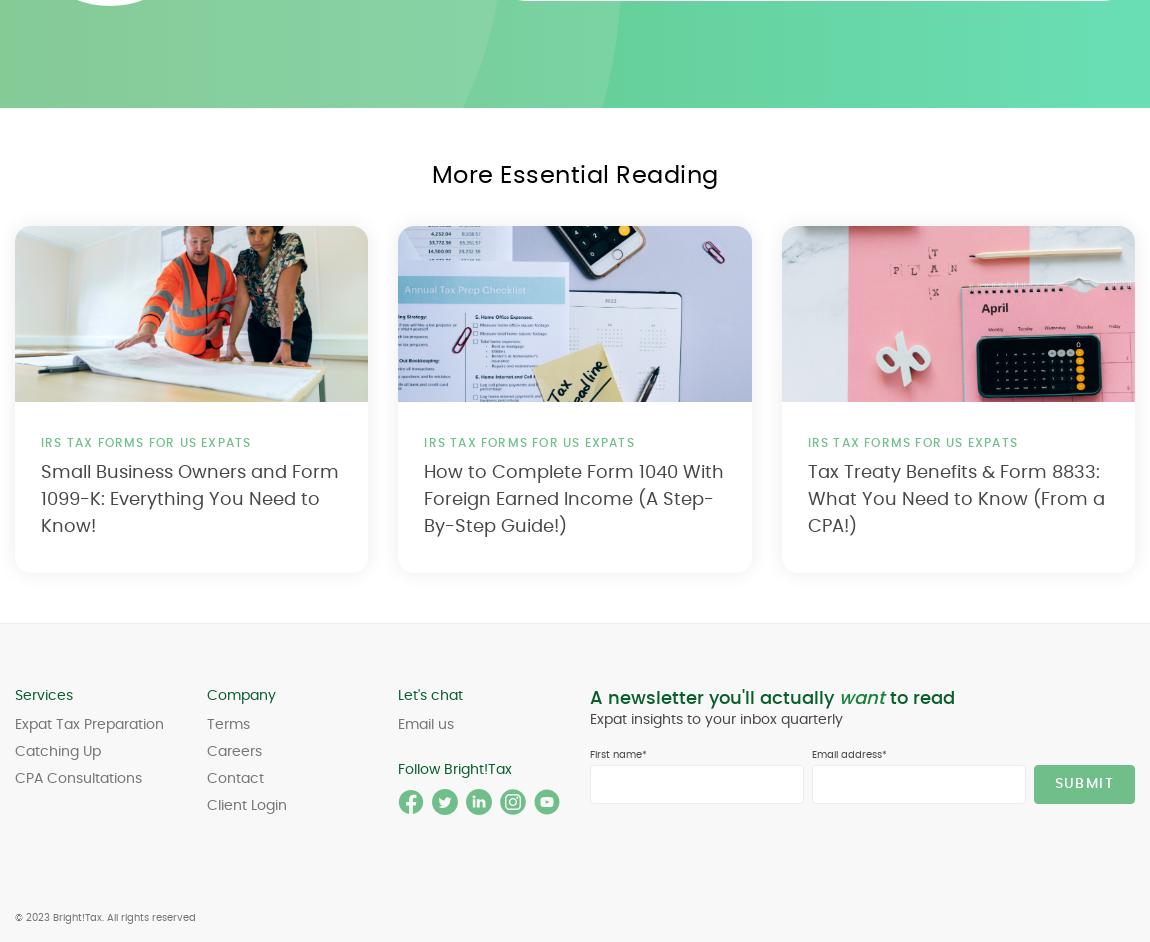 Image resolution: width=1150 pixels, height=942 pixels. Describe the element at coordinates (233, 779) in the screenshot. I see `'Contact'` at that location.